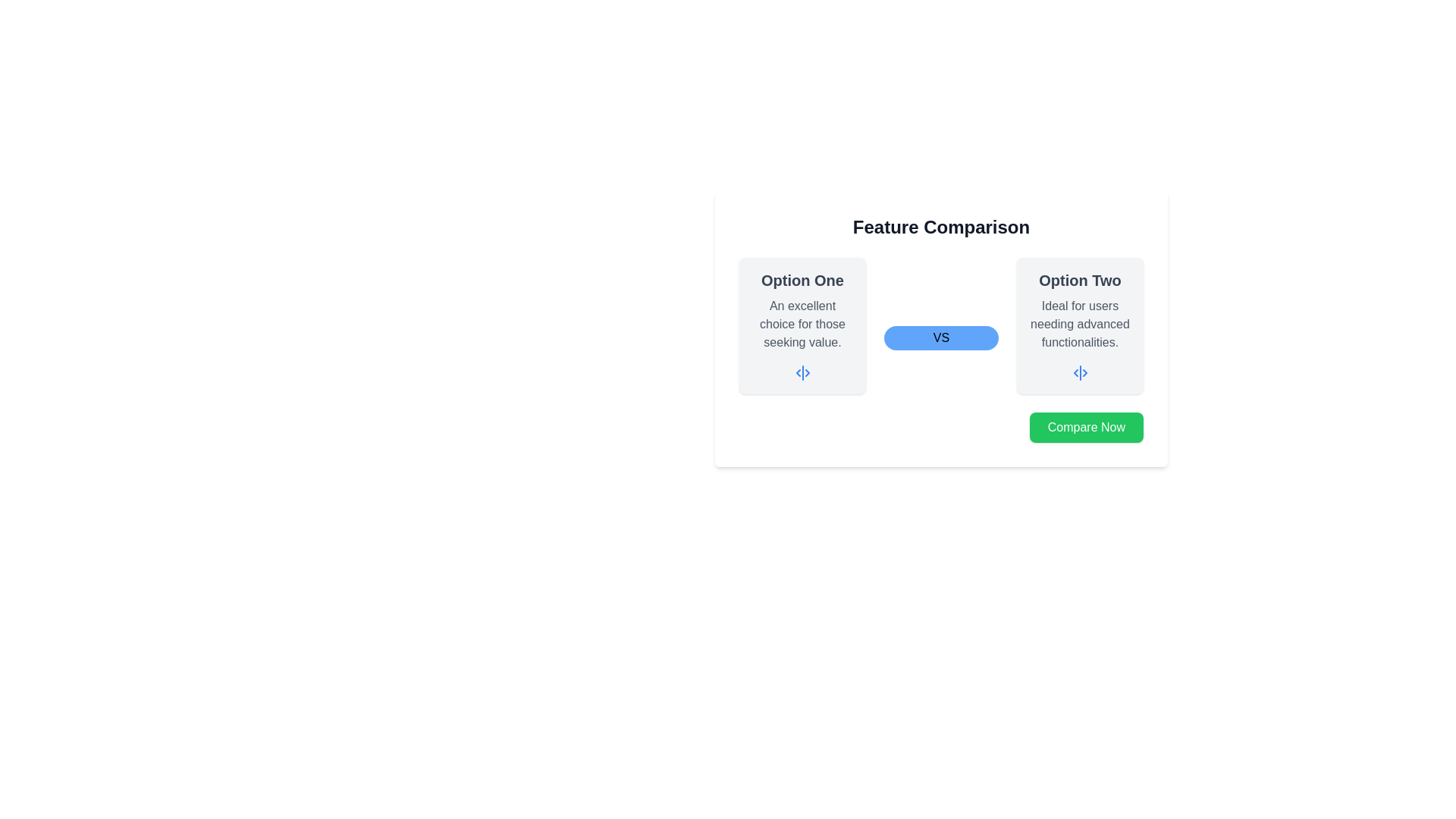  What do you see at coordinates (1079, 324) in the screenshot?
I see `the descriptive text located below the title of the 'Option Two' card in the right column of the UI layout` at bounding box center [1079, 324].